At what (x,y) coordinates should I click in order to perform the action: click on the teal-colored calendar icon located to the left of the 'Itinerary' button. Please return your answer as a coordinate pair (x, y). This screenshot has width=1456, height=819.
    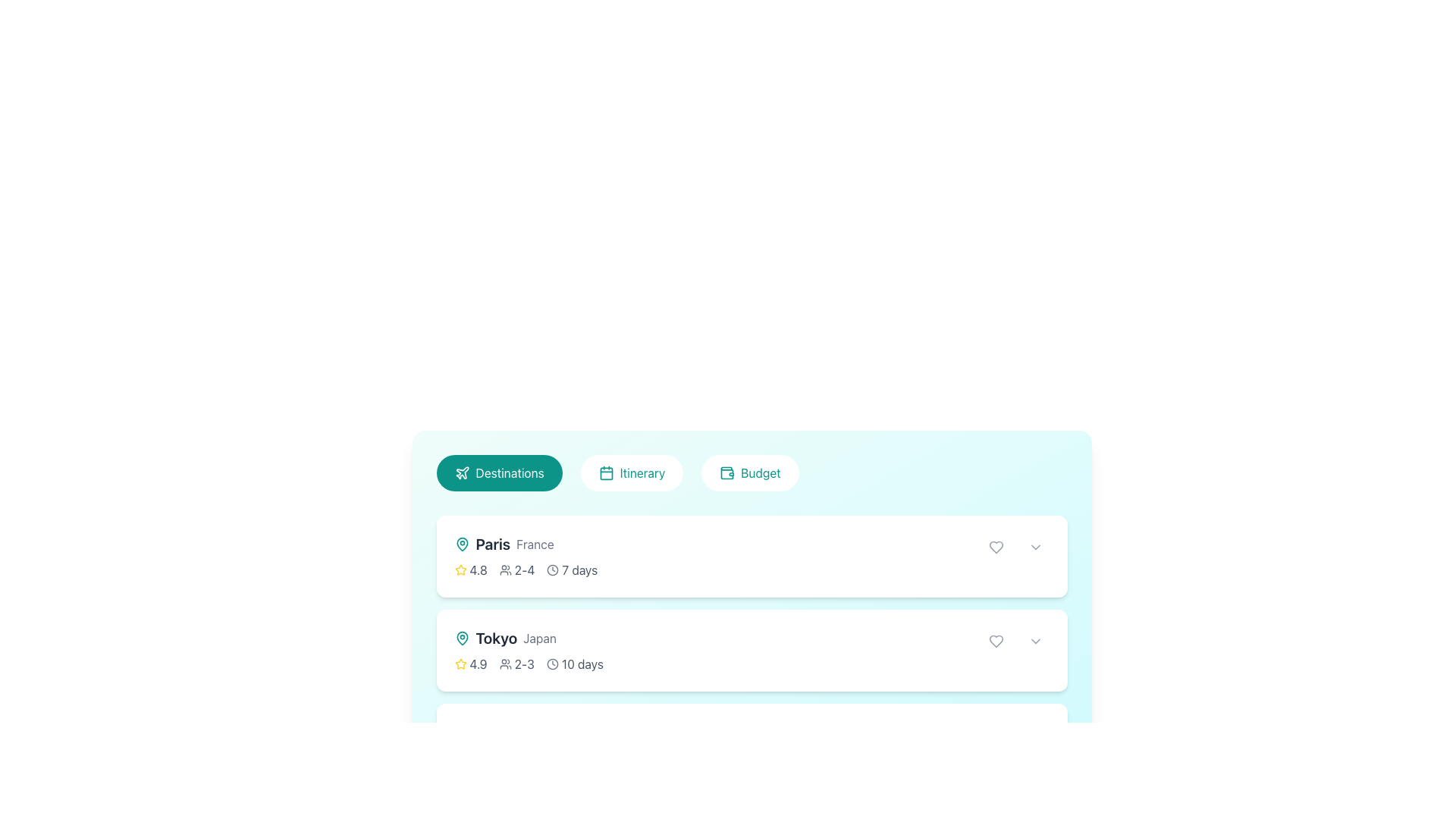
    Looking at the image, I should click on (605, 472).